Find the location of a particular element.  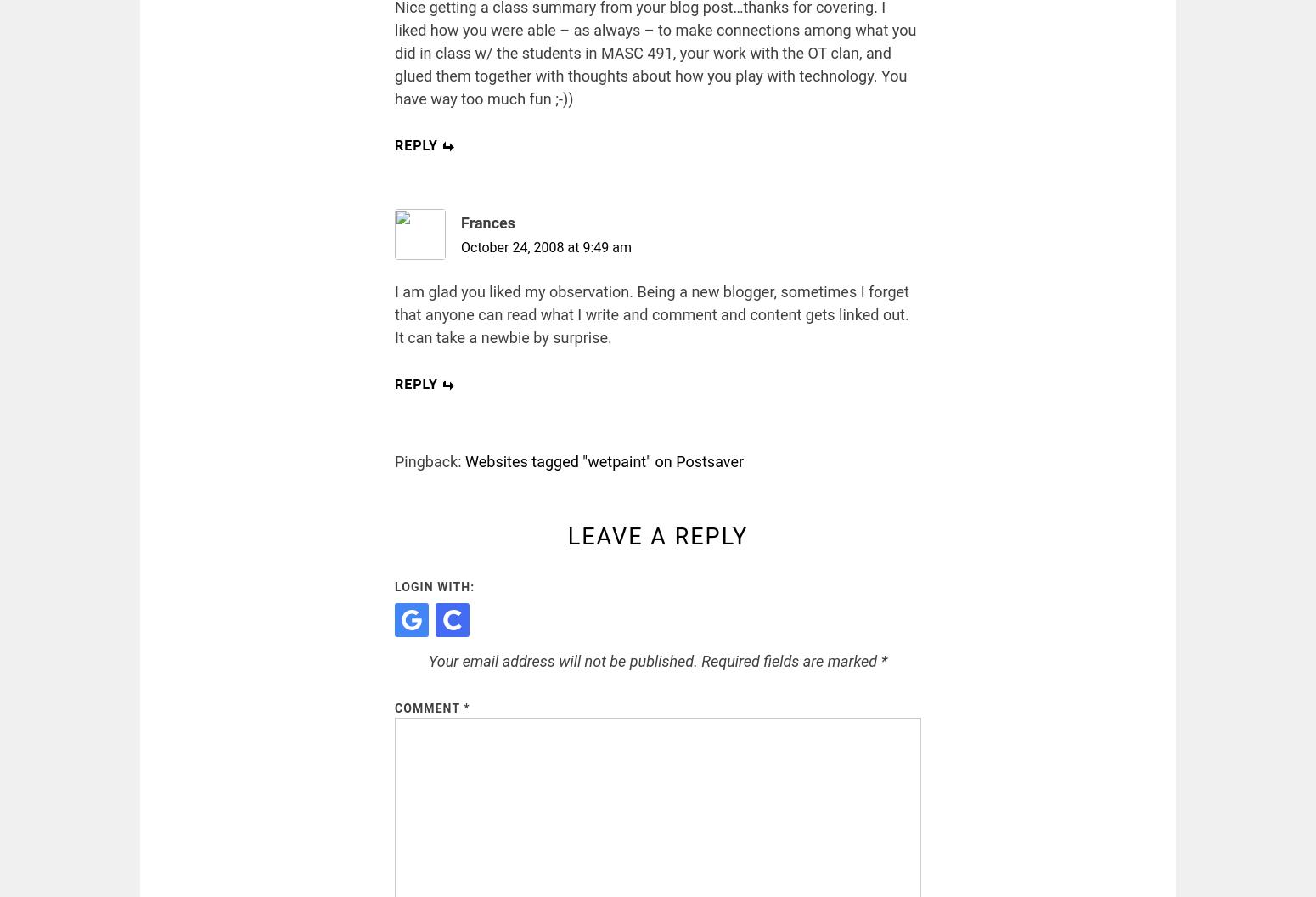

'Comment' is located at coordinates (428, 707).